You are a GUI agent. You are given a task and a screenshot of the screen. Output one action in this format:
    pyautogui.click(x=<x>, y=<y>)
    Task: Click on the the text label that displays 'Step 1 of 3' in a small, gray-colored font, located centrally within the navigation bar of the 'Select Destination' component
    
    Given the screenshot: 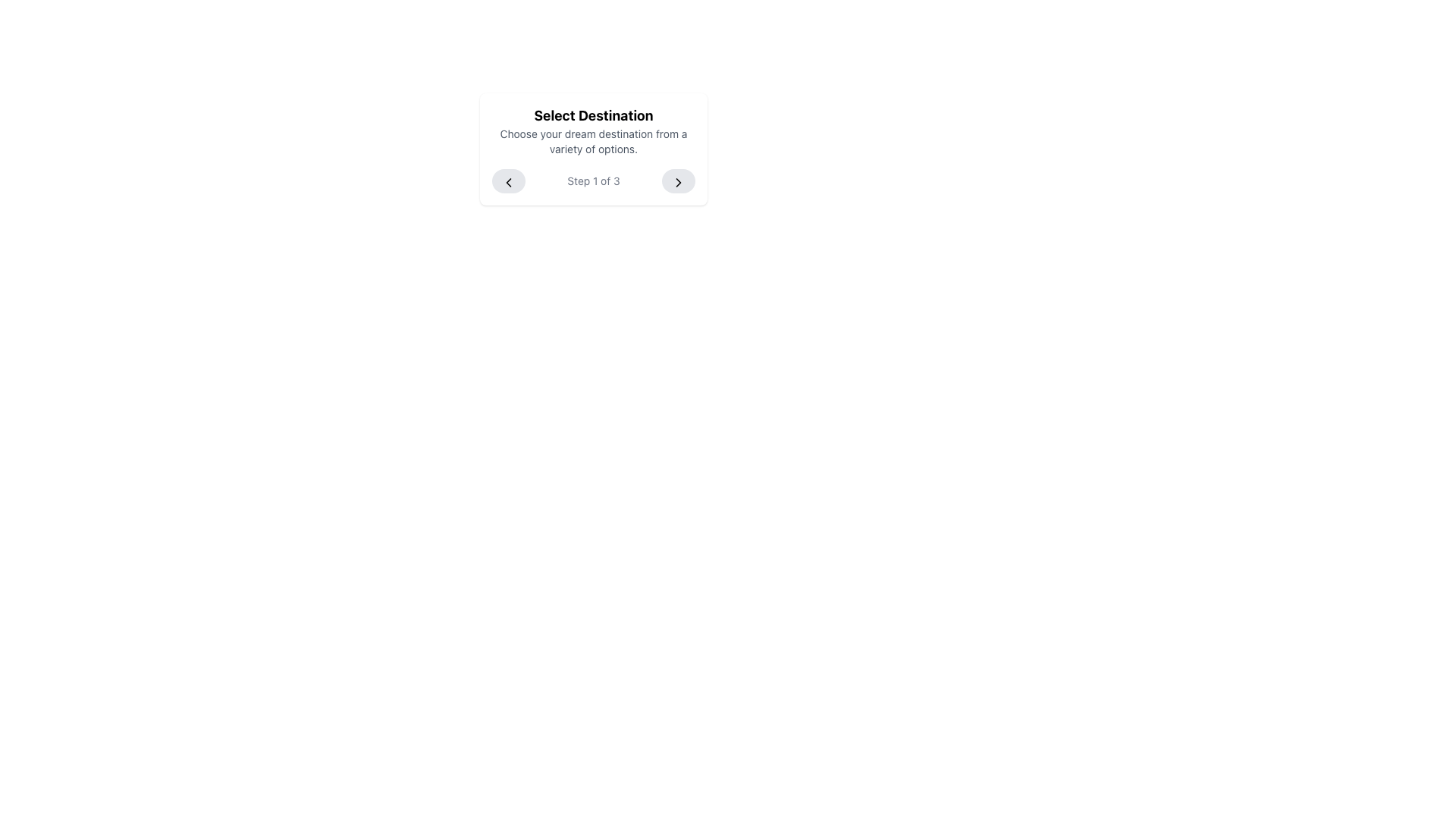 What is the action you would take?
    pyautogui.click(x=592, y=180)
    